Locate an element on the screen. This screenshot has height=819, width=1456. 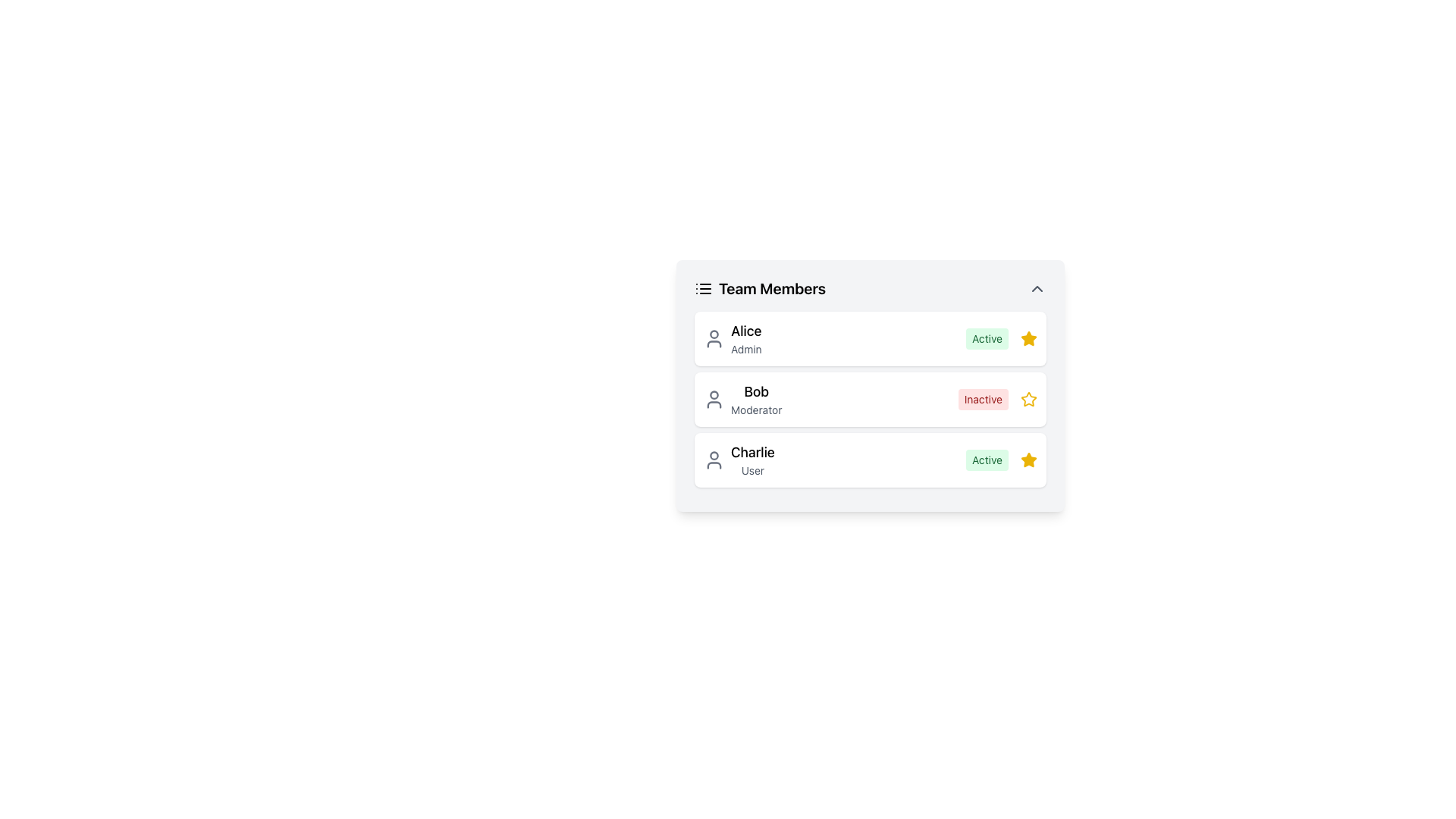
the circle representing the head of the user profile icon, which is outlined and located within the SVG graphic, positioned above the text label 'Bob' is located at coordinates (713, 394).